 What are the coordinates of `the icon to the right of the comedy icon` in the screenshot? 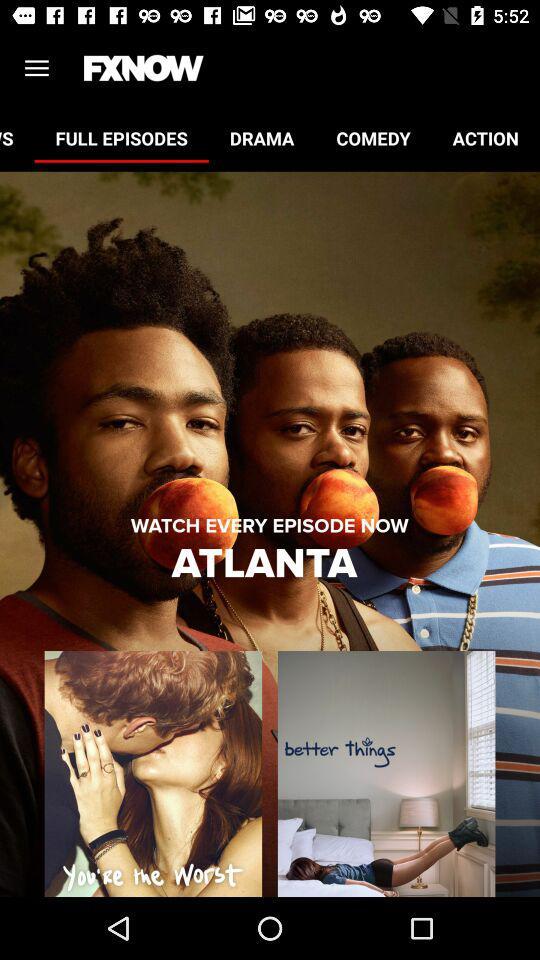 It's located at (484, 137).